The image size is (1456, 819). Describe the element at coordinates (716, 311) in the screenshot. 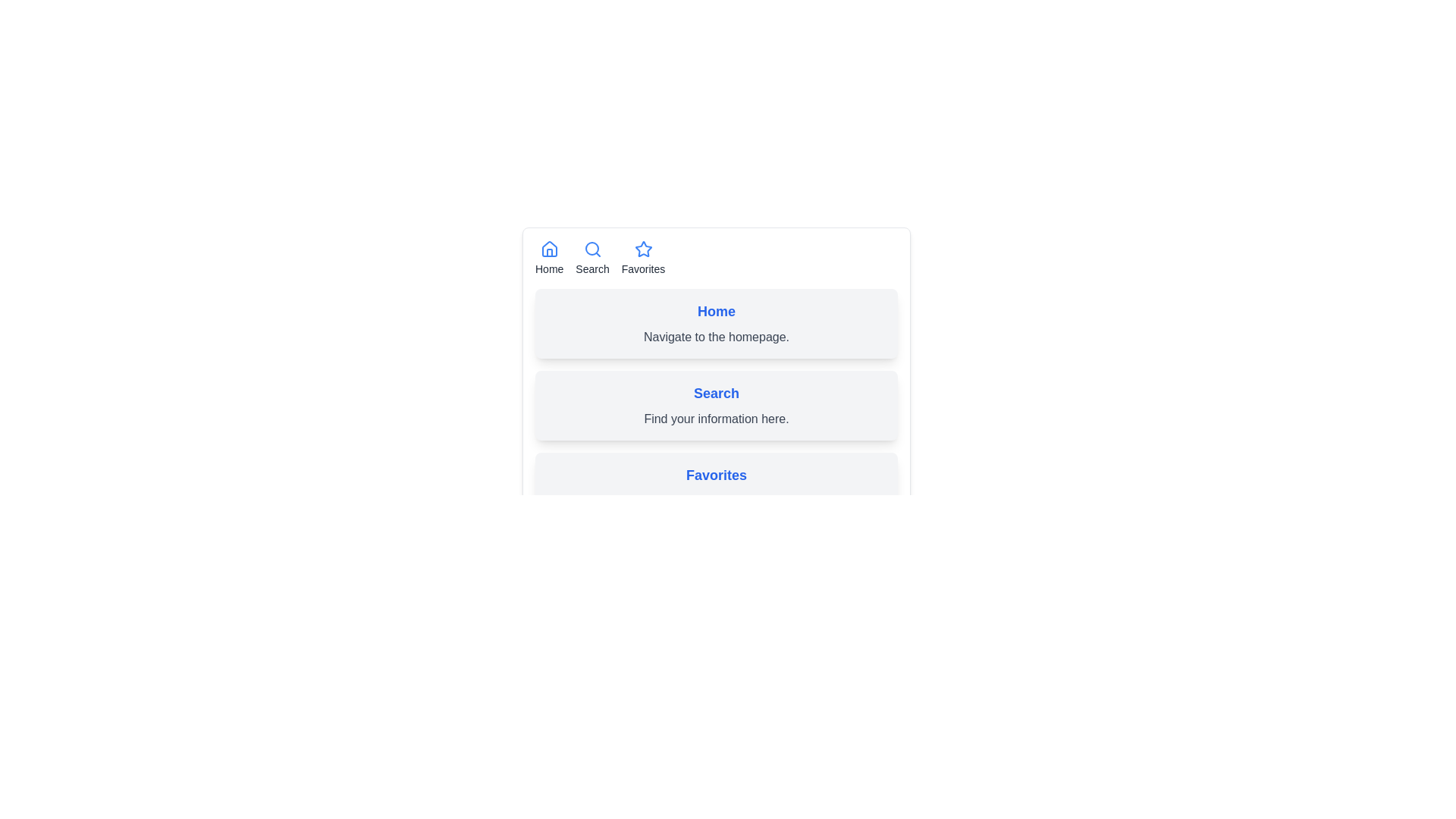

I see `the text label that serves as a header or title, located at the top of a light grey, rounded box, which guides users about the section's content or actions` at that location.